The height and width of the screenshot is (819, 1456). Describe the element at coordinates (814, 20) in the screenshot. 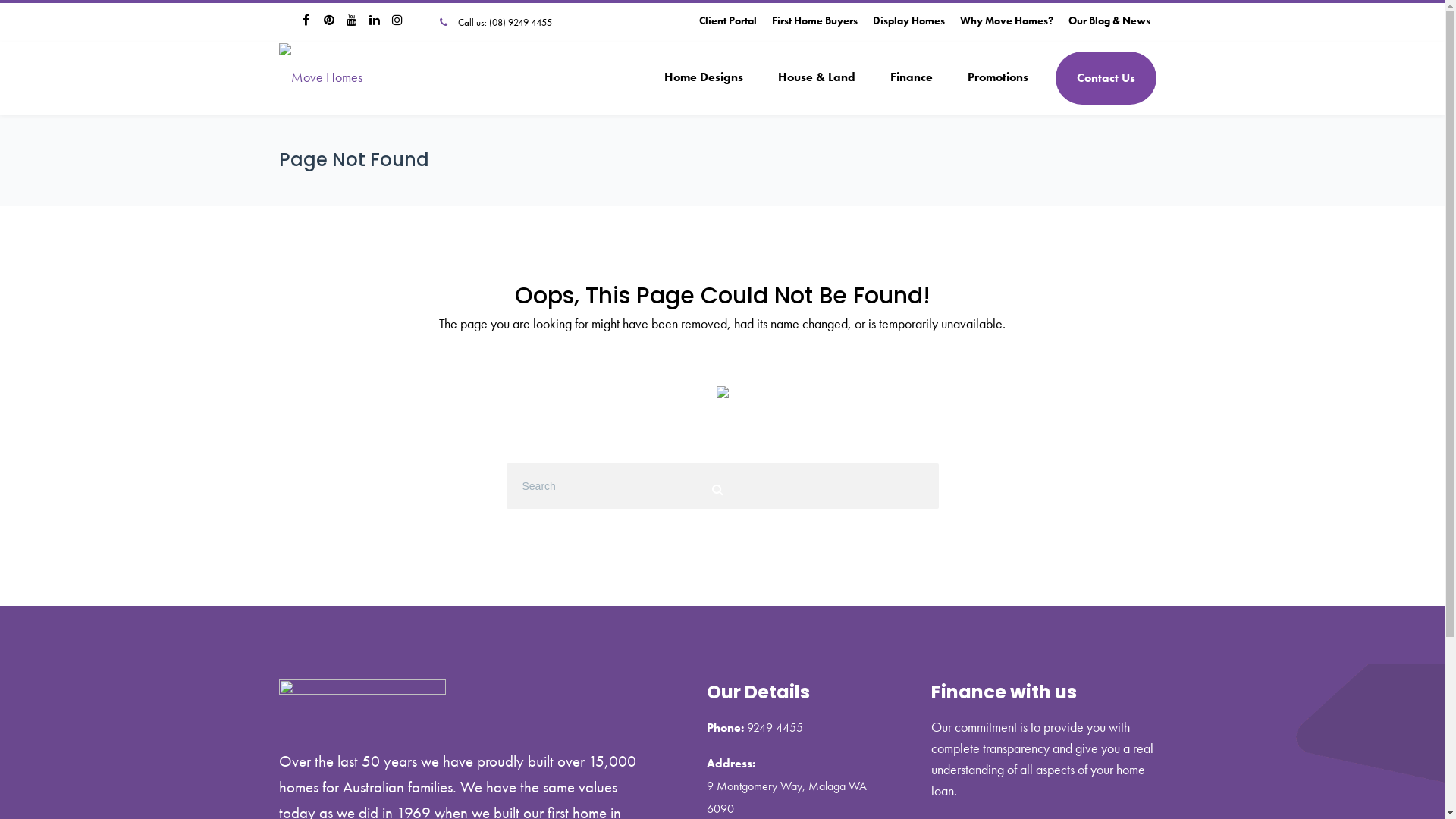

I see `'First Home Buyers'` at that location.